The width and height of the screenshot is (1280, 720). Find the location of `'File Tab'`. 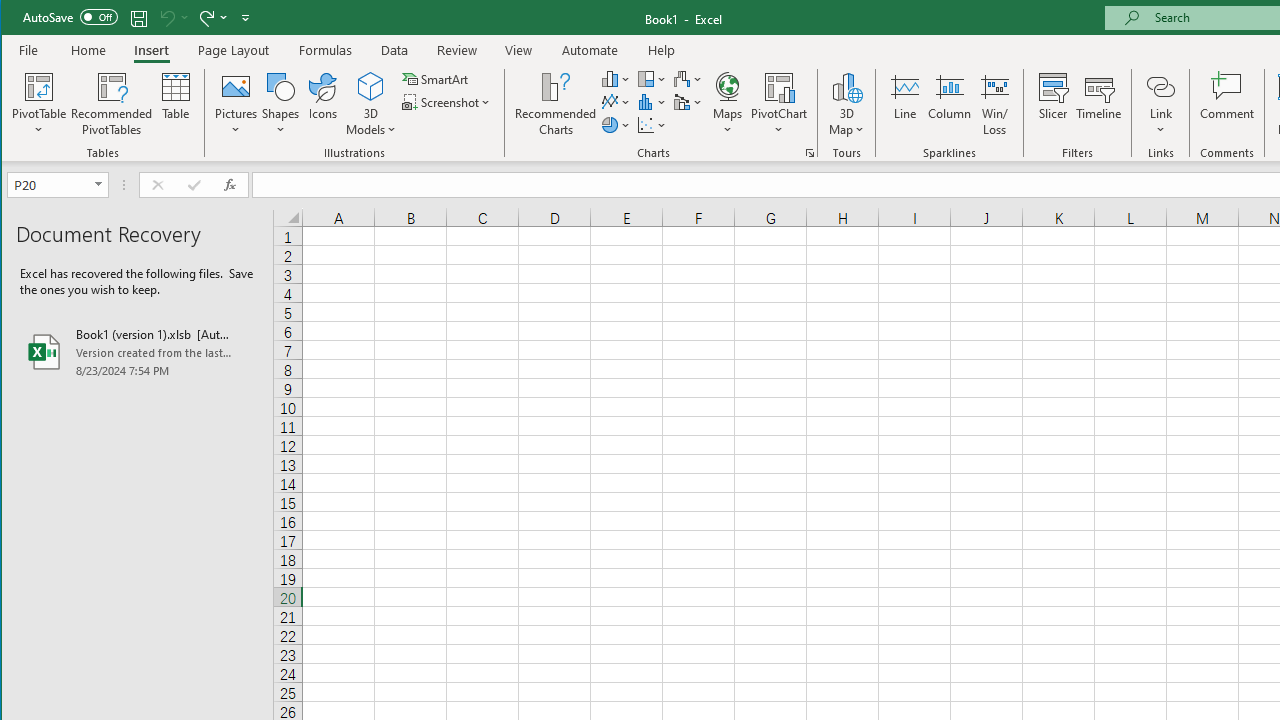

'File Tab' is located at coordinates (29, 49).